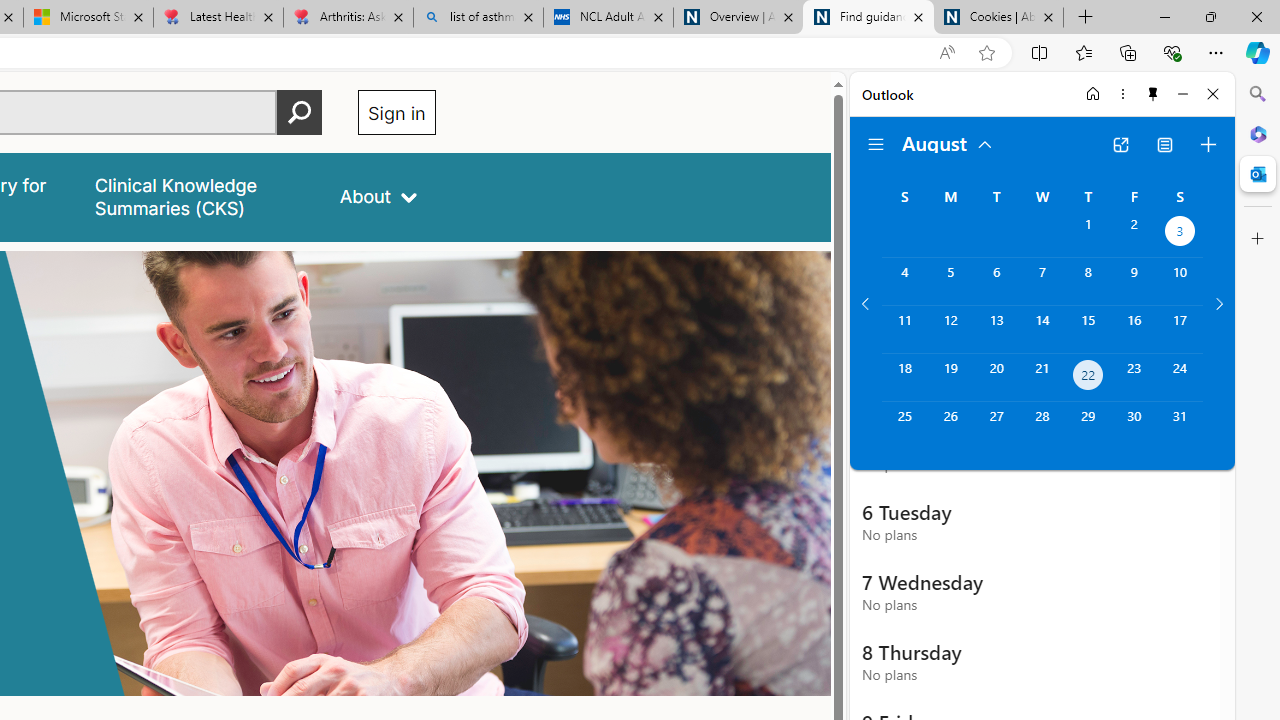  What do you see at coordinates (1180, 232) in the screenshot?
I see `'Saturday, August 3, 2024. Date selected. '` at bounding box center [1180, 232].